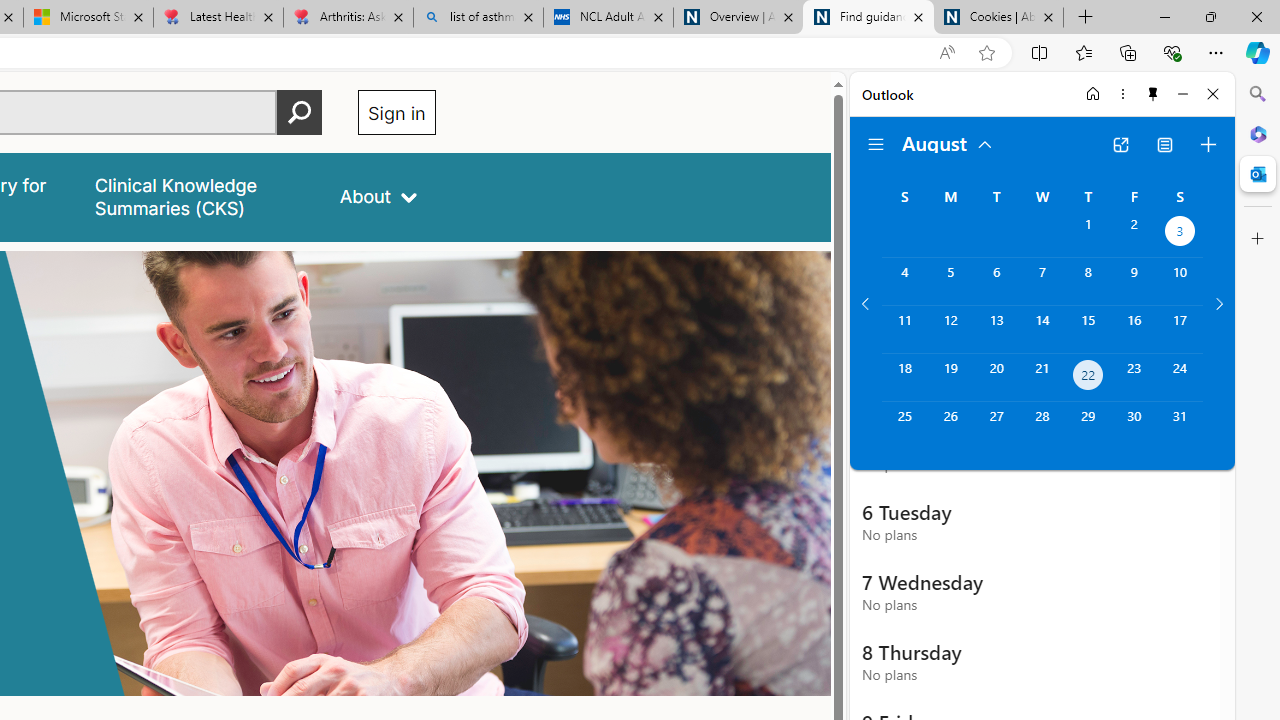  What do you see at coordinates (1180, 232) in the screenshot?
I see `'Saturday, August 3, 2024. Date selected. '` at bounding box center [1180, 232].